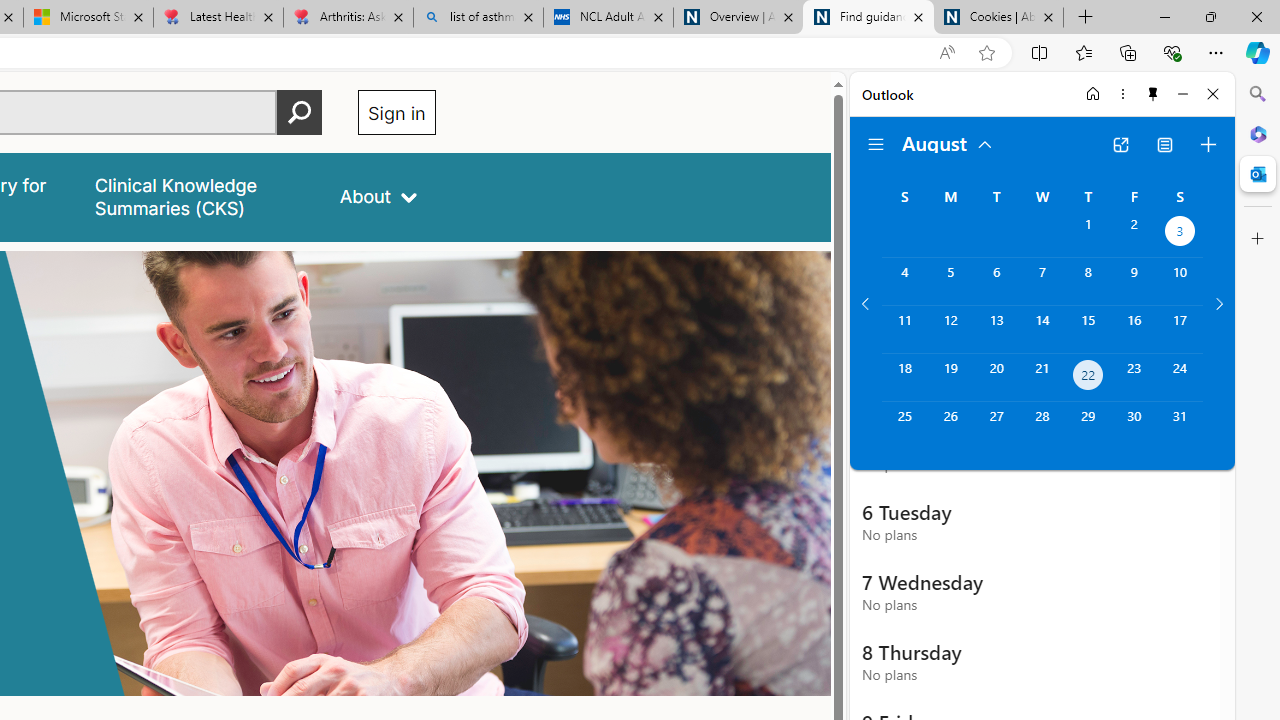  What do you see at coordinates (1180, 232) in the screenshot?
I see `'Saturday, August 3, 2024. Date selected. '` at bounding box center [1180, 232].